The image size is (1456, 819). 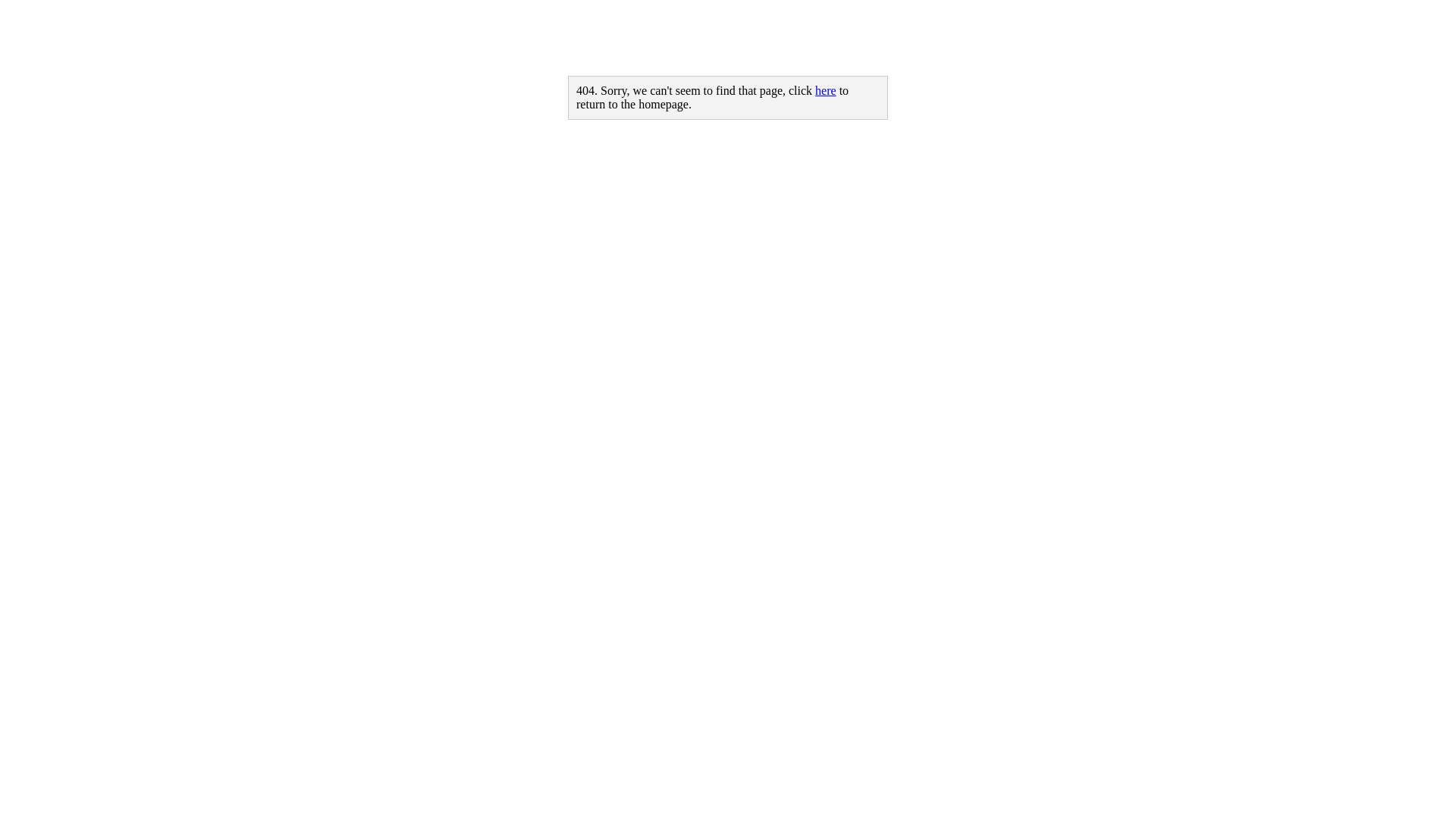 I want to click on 'here', so click(x=814, y=90).